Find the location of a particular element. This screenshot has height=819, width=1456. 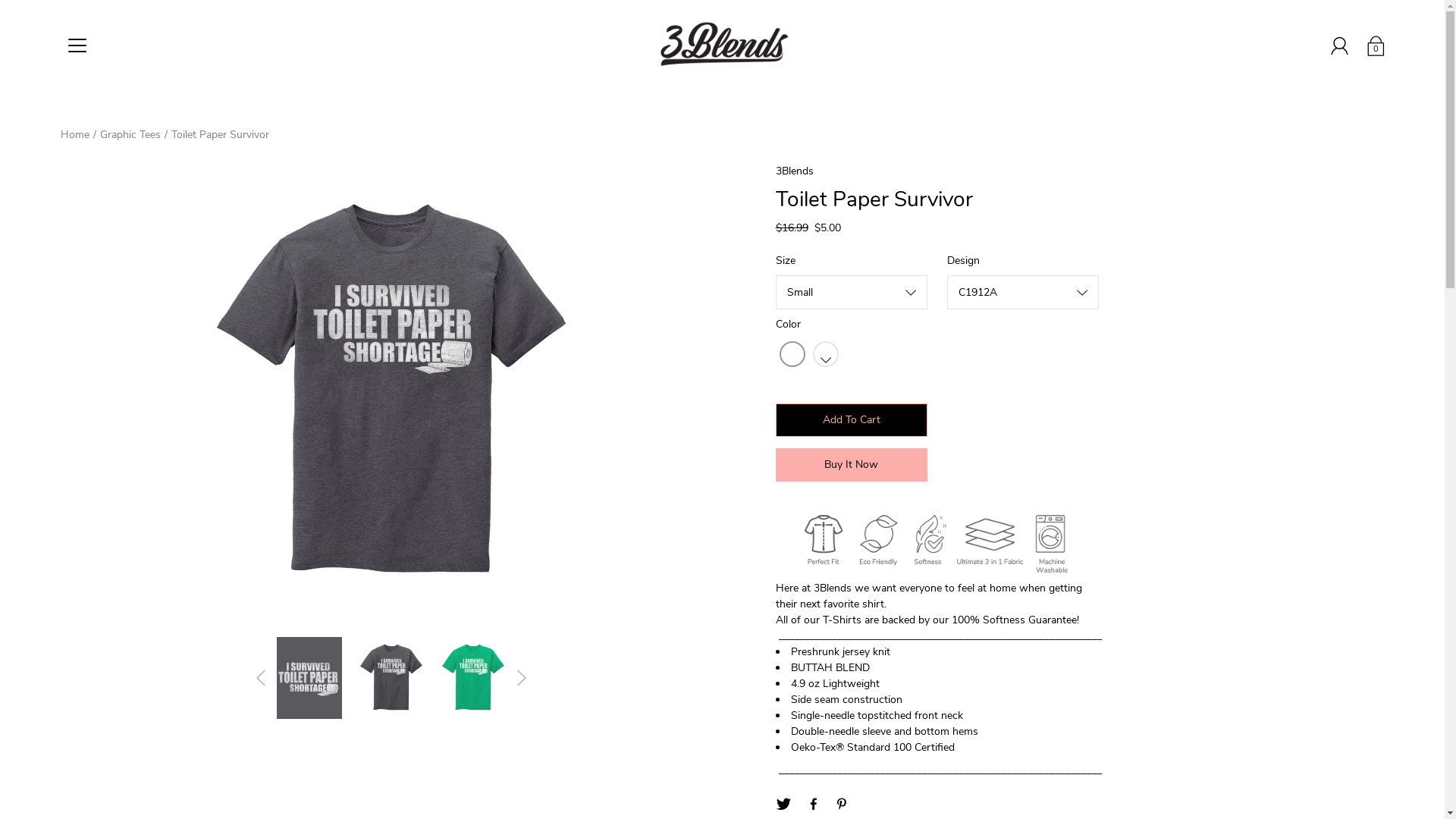

'Buy It Now' is located at coordinates (851, 464).